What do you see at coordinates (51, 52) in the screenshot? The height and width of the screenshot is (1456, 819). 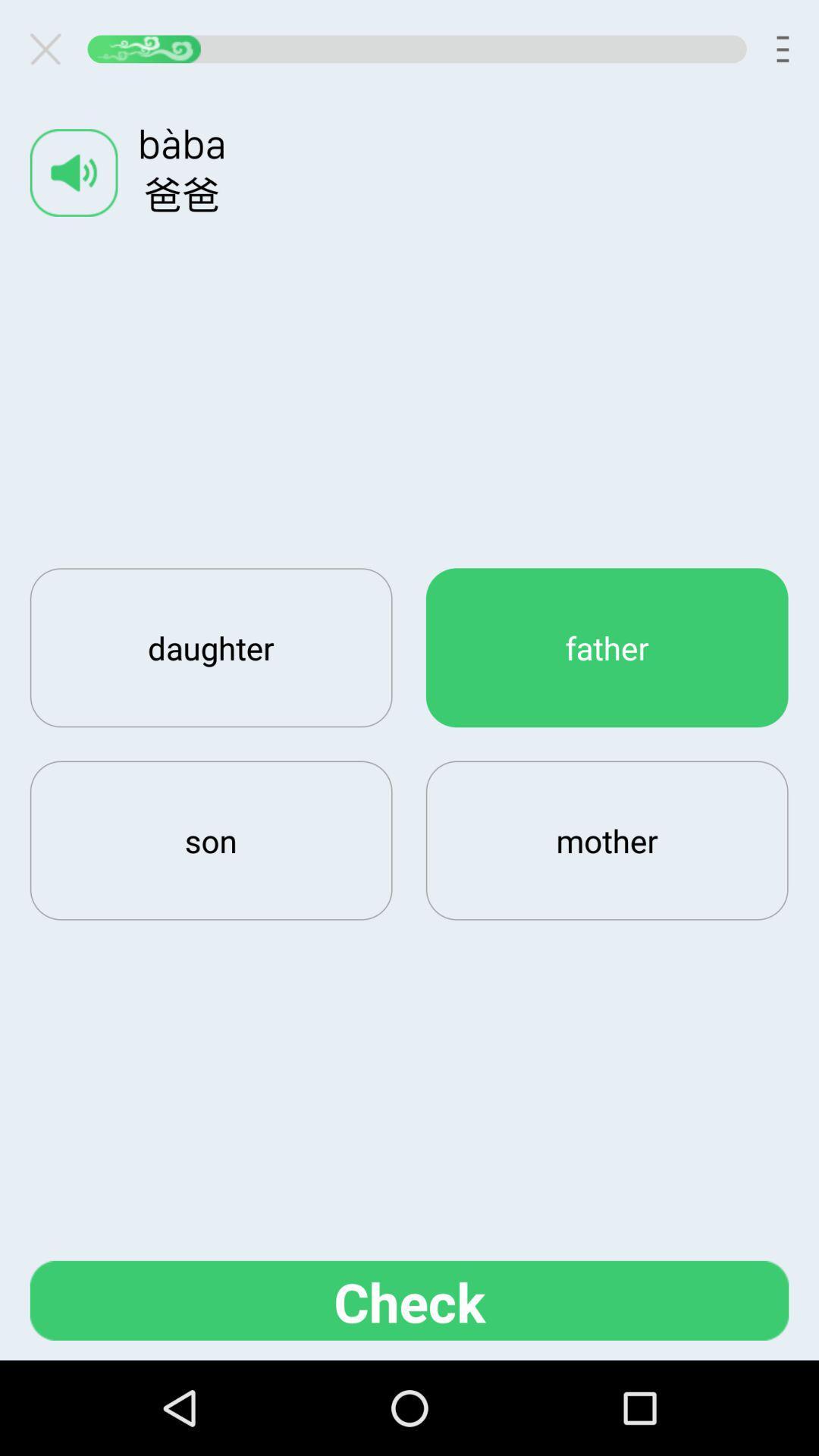 I see `the close icon` at bounding box center [51, 52].